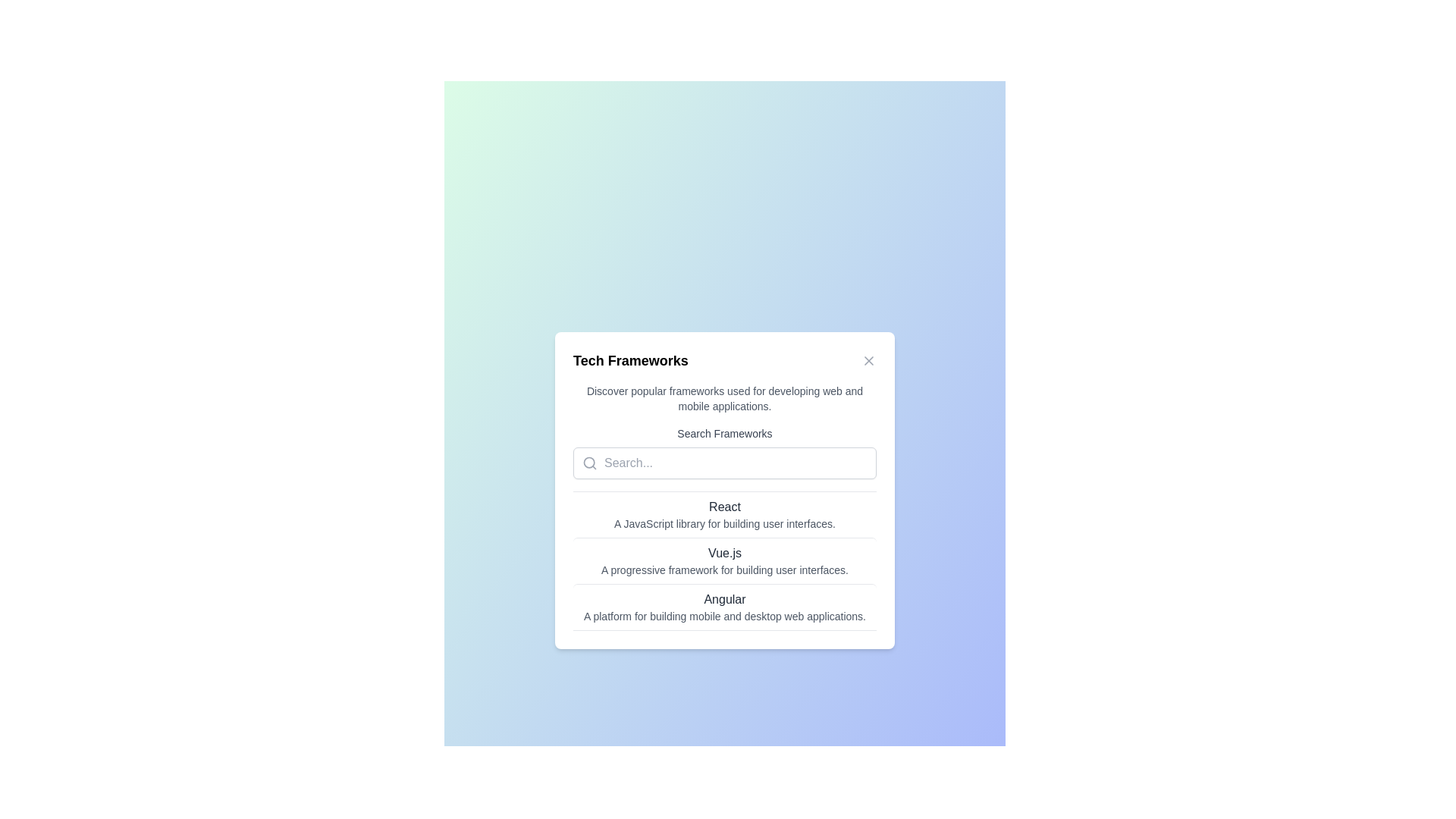 This screenshot has height=819, width=1456. Describe the element at coordinates (723, 553) in the screenshot. I see `the text label reading 'Vue.js', which is prominently styled in dark gray on a white background within a modal interface` at that location.